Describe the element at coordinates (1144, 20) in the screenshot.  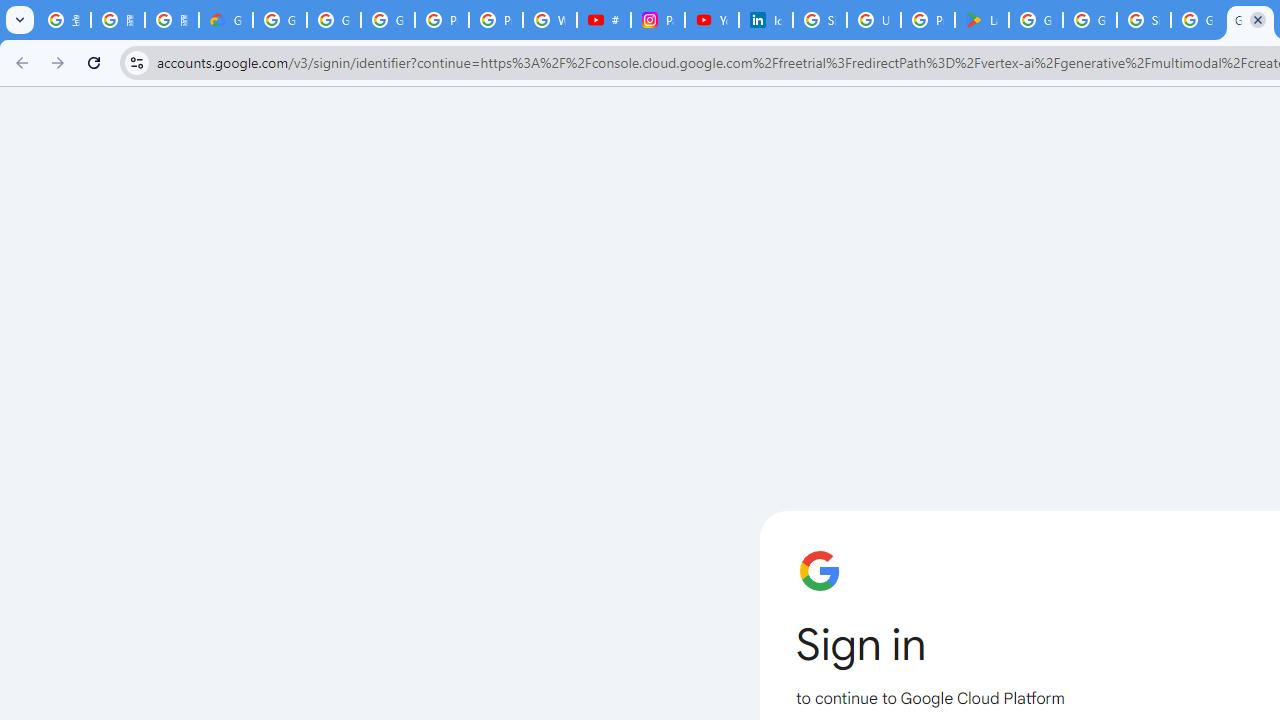
I see `'Sign in - Google Accounts'` at that location.